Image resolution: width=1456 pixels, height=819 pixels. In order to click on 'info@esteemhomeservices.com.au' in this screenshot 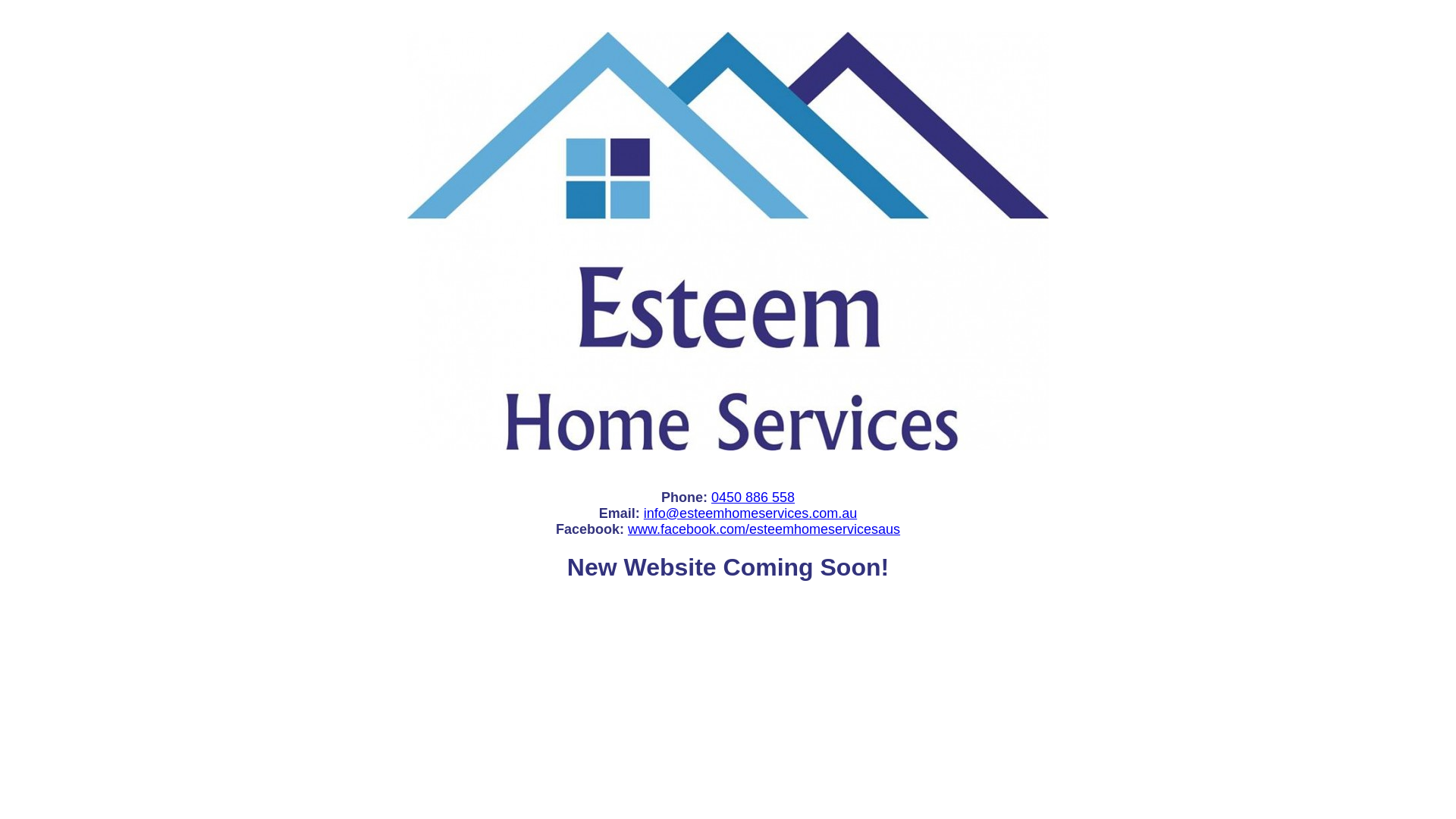, I will do `click(750, 513)`.